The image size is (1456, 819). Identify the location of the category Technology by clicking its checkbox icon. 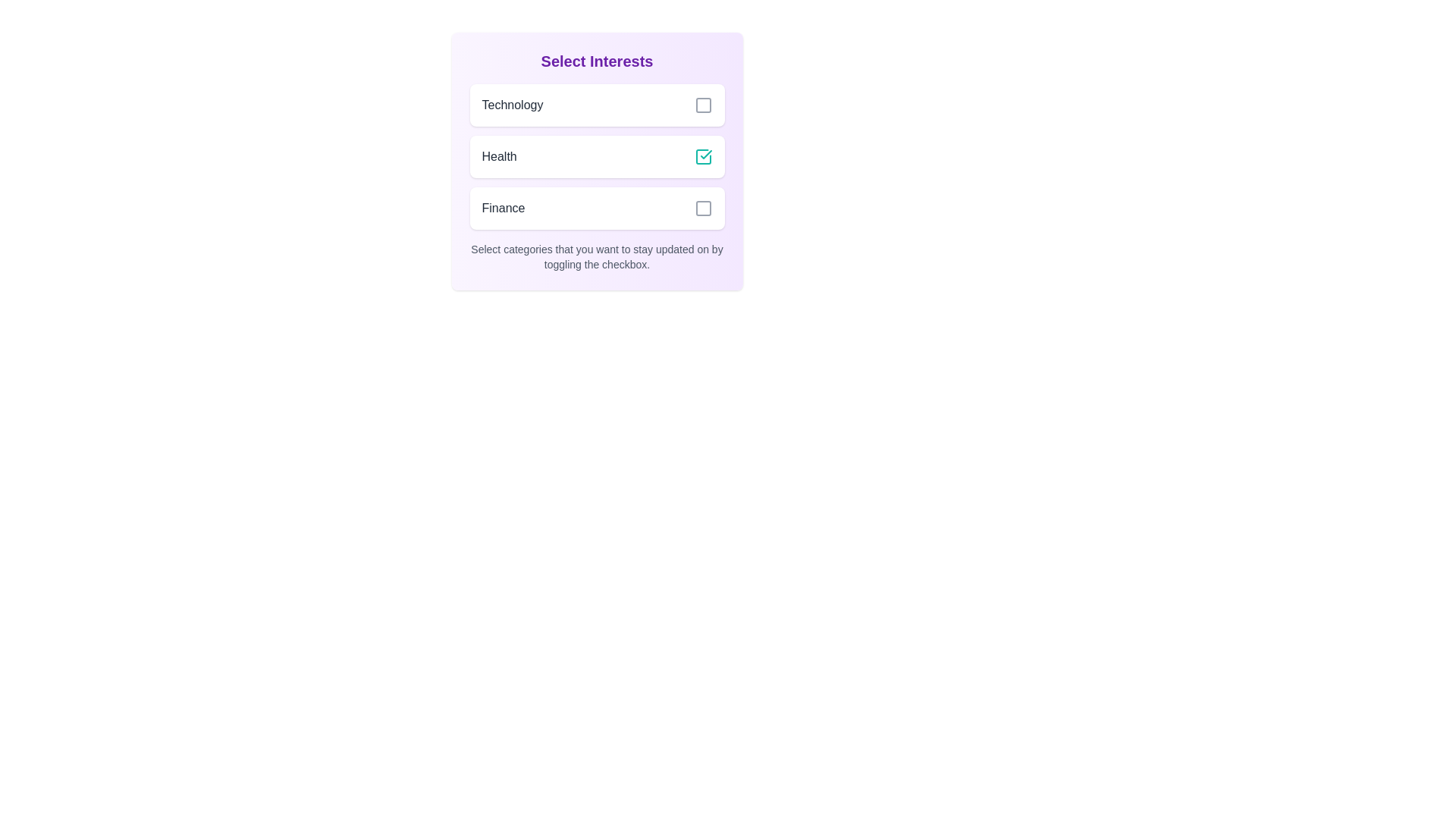
(702, 104).